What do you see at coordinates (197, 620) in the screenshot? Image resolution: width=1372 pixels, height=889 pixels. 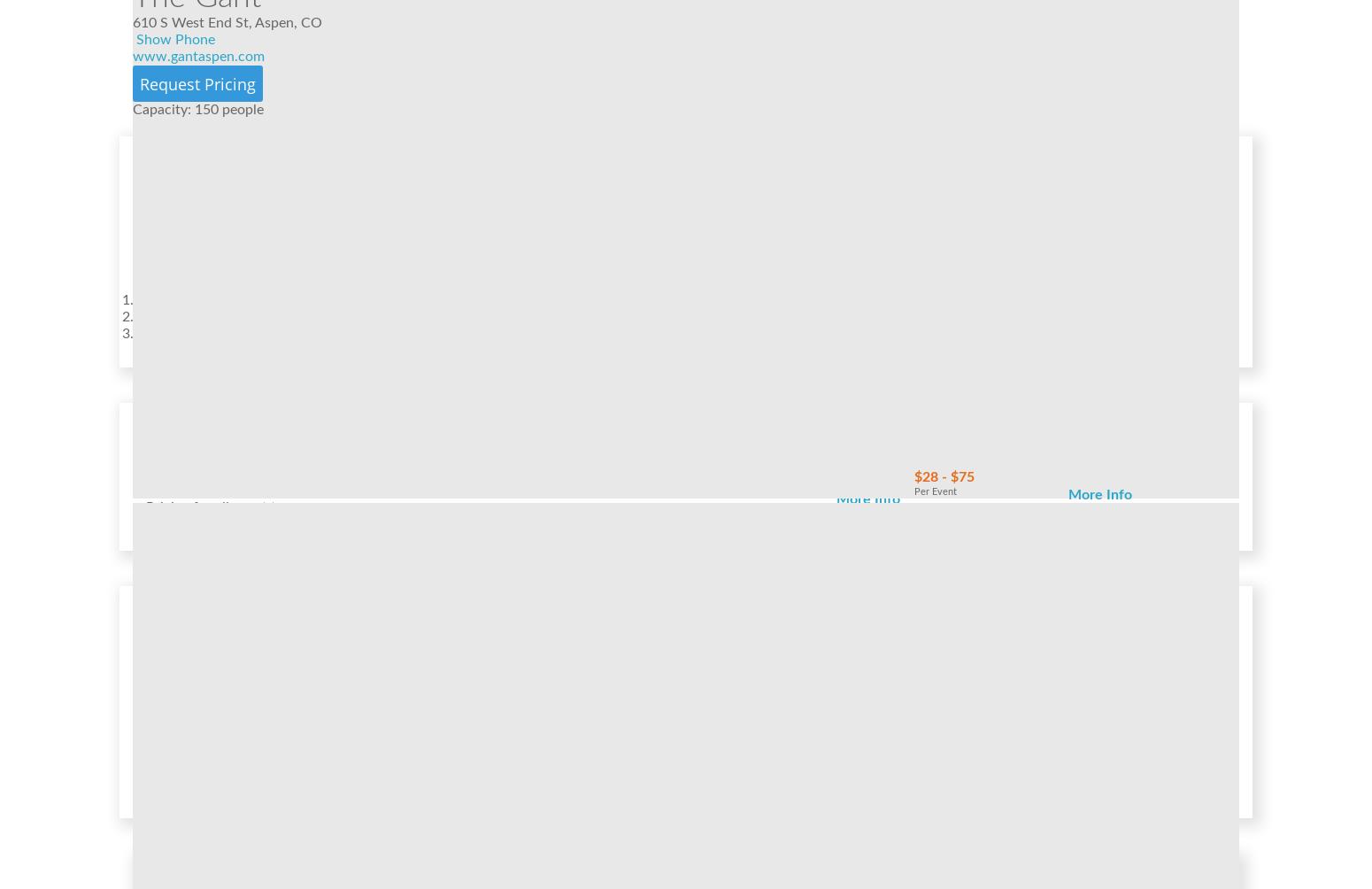 I see `'Event Spaces'` at bounding box center [197, 620].